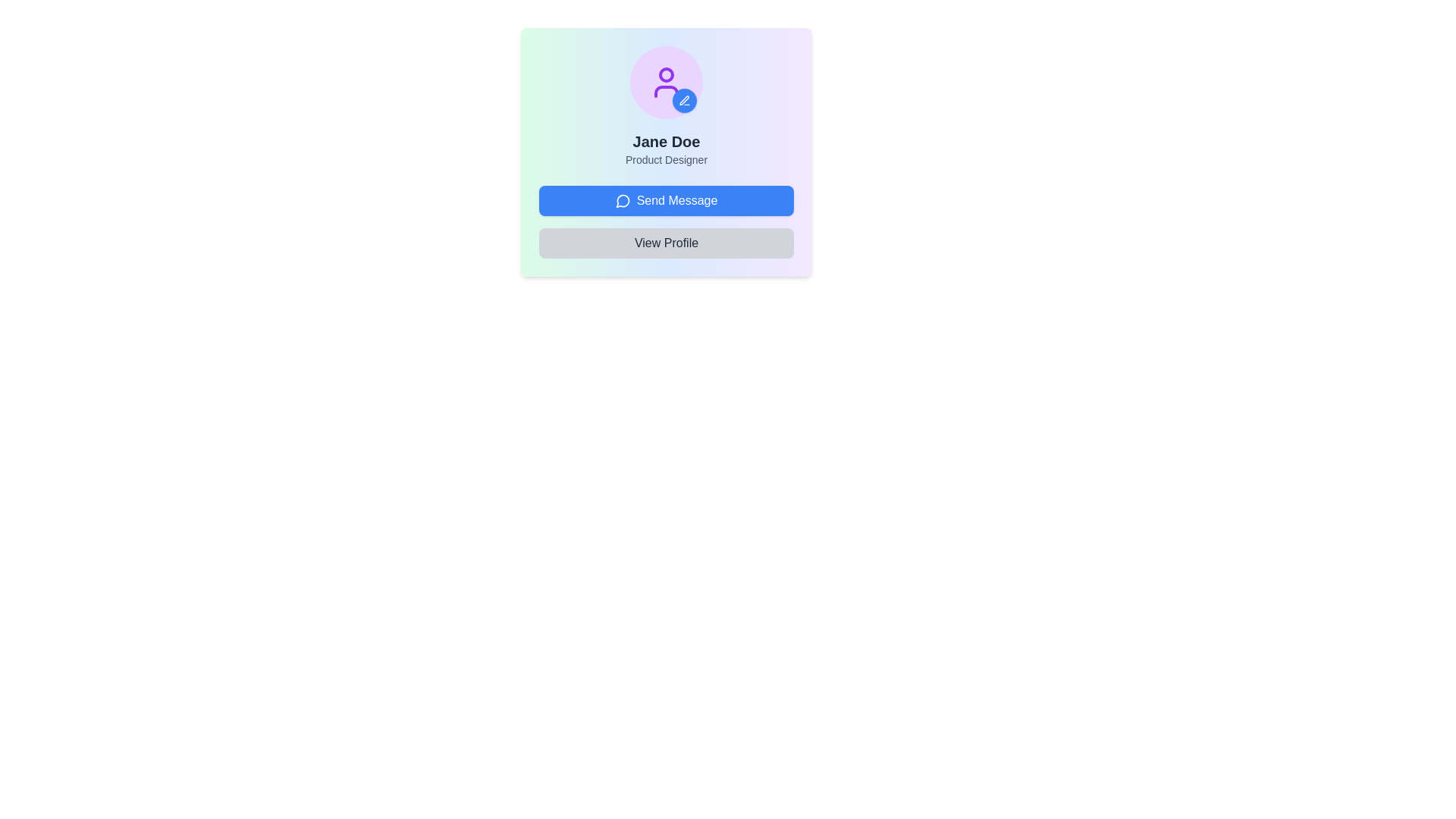 The width and height of the screenshot is (1456, 819). Describe the element at coordinates (666, 82) in the screenshot. I see `the edit button on the profile picture, which is represented by a smaller blue circular button with a pen icon located at the bottom right of the larger circular profile picture area` at that location.